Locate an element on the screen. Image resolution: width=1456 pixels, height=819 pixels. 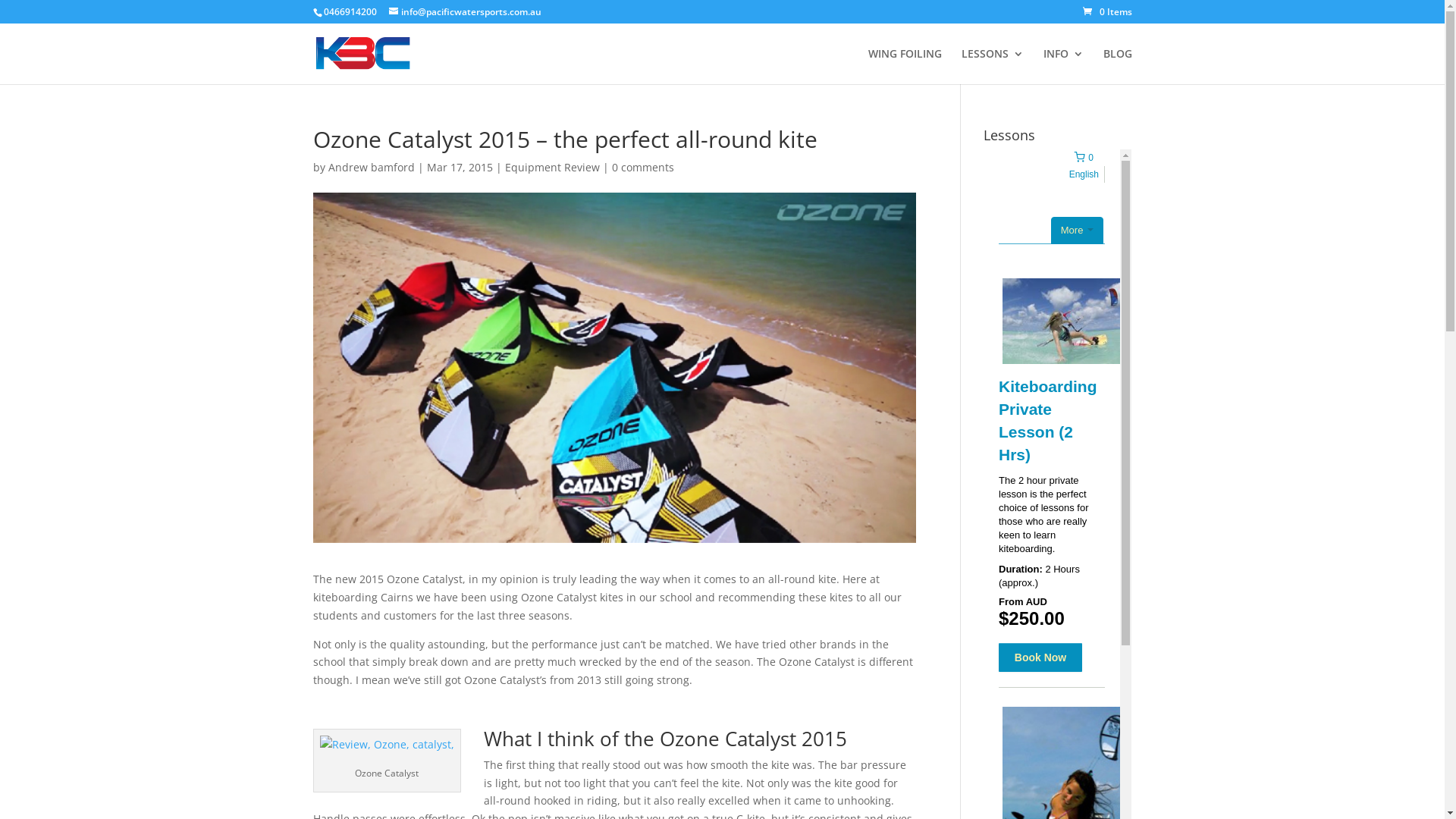
'WING FOILING' is located at coordinates (904, 65).